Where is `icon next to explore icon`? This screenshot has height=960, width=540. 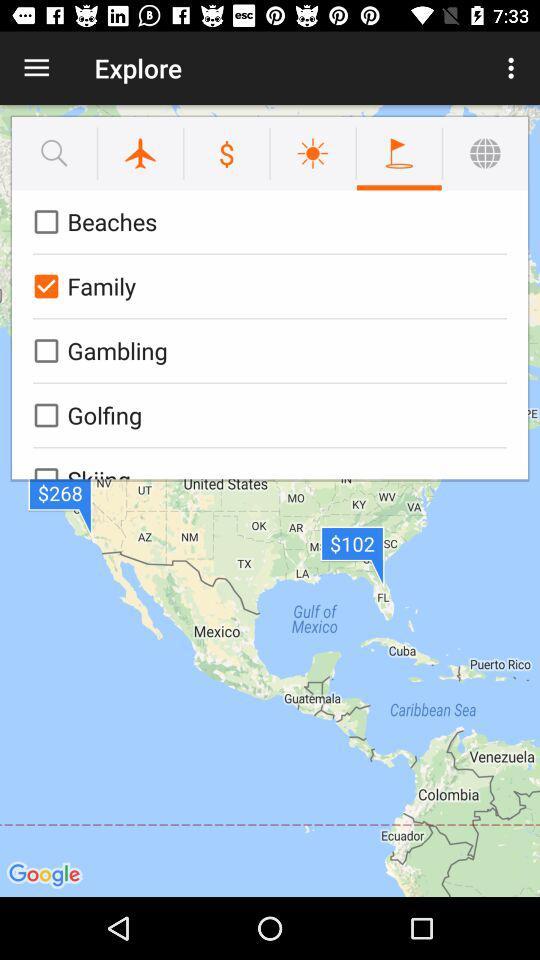
icon next to explore icon is located at coordinates (513, 68).